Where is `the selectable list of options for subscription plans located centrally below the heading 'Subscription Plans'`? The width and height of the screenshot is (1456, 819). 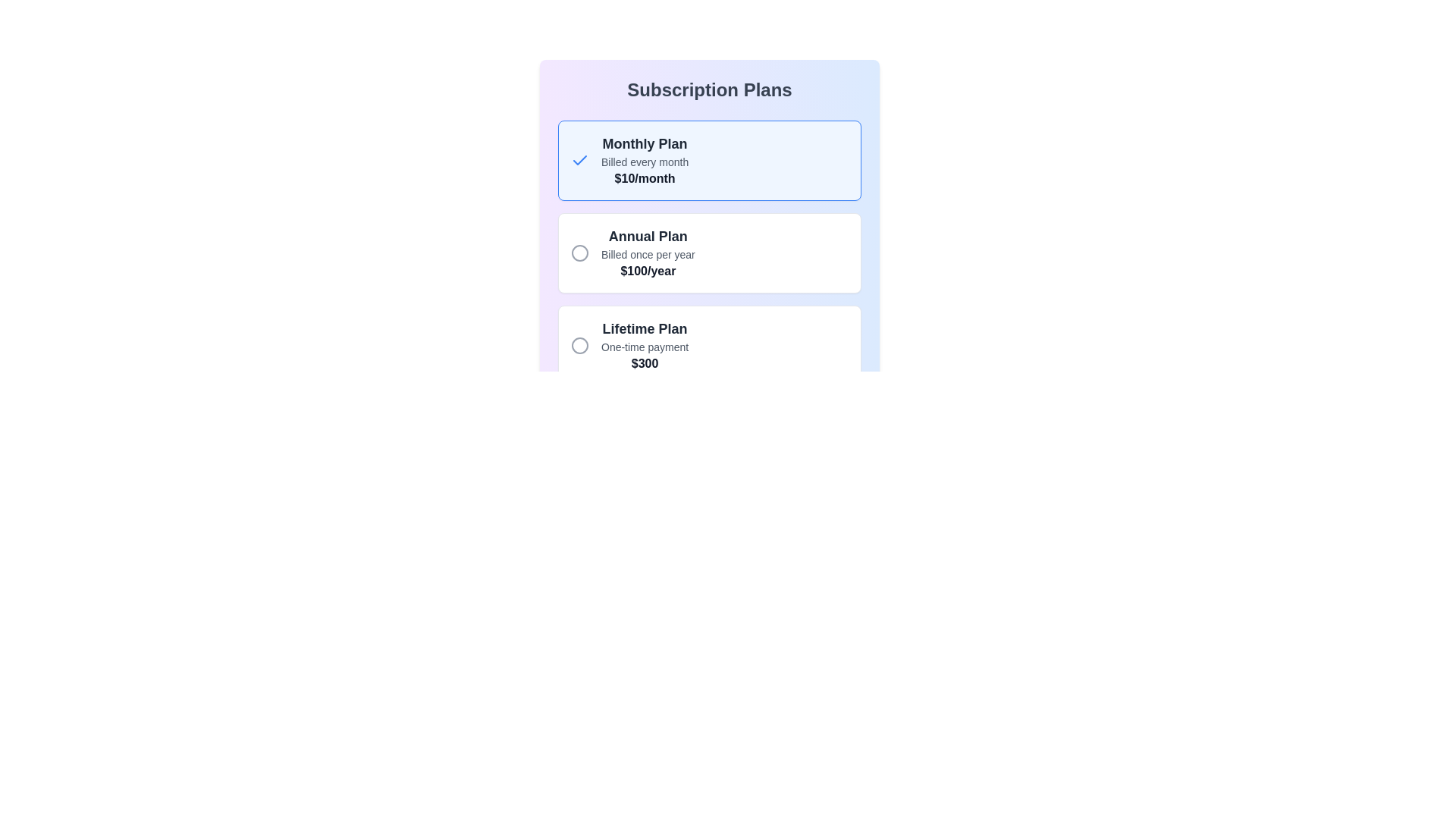 the selectable list of options for subscription plans located centrally below the heading 'Subscription Plans' is located at coordinates (709, 206).